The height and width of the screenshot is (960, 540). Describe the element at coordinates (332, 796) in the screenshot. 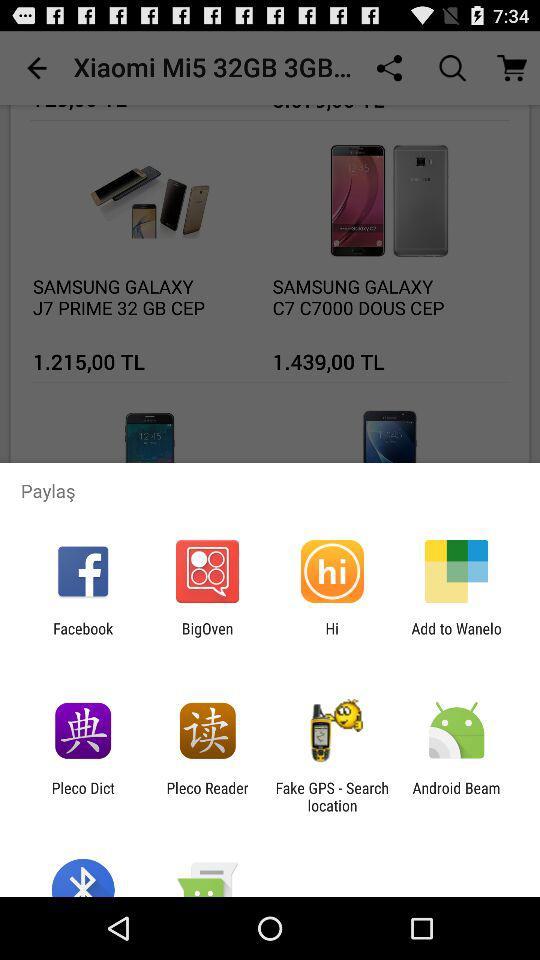

I see `the app to the left of the android beam app` at that location.